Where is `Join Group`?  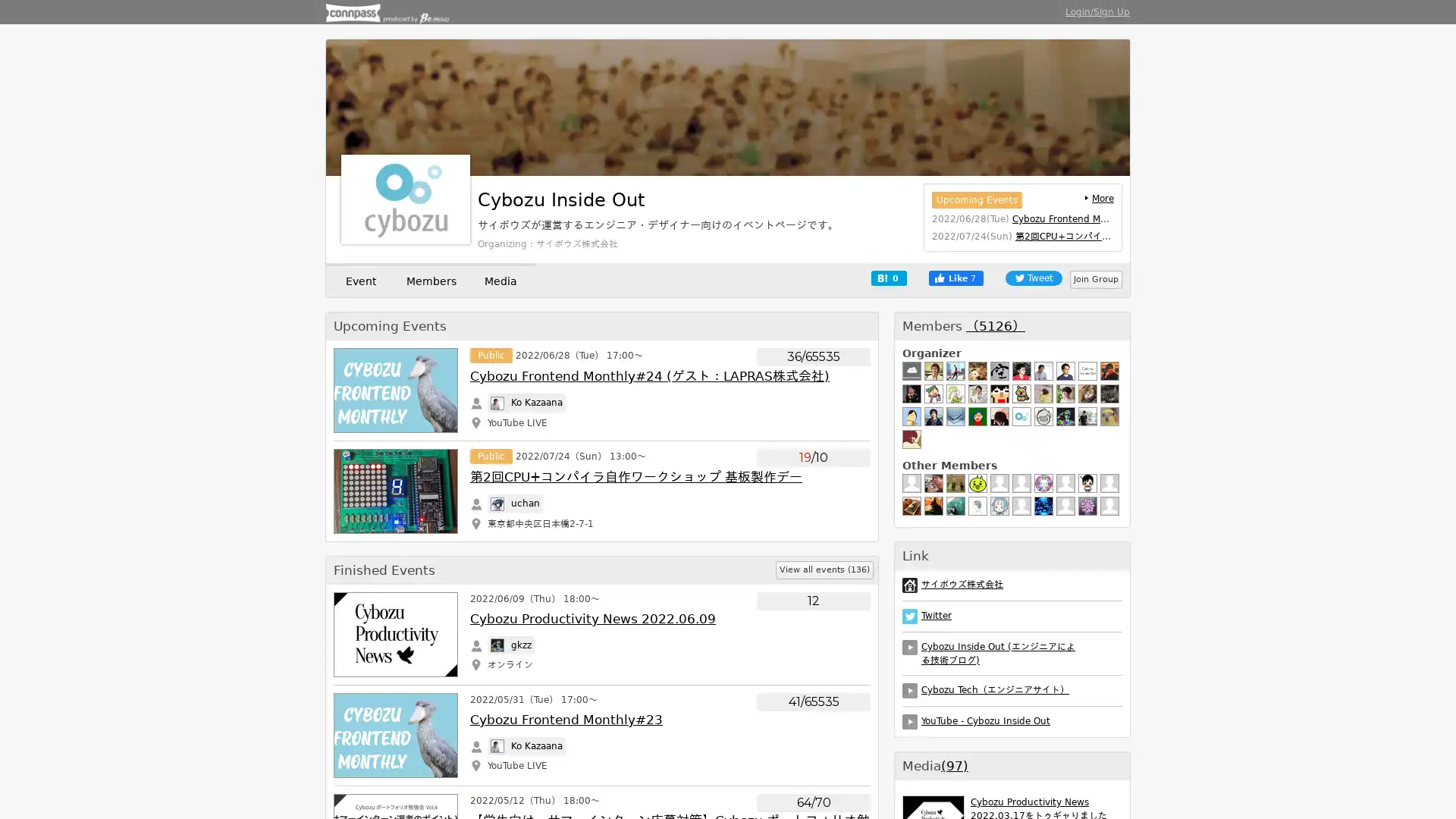 Join Group is located at coordinates (1096, 278).